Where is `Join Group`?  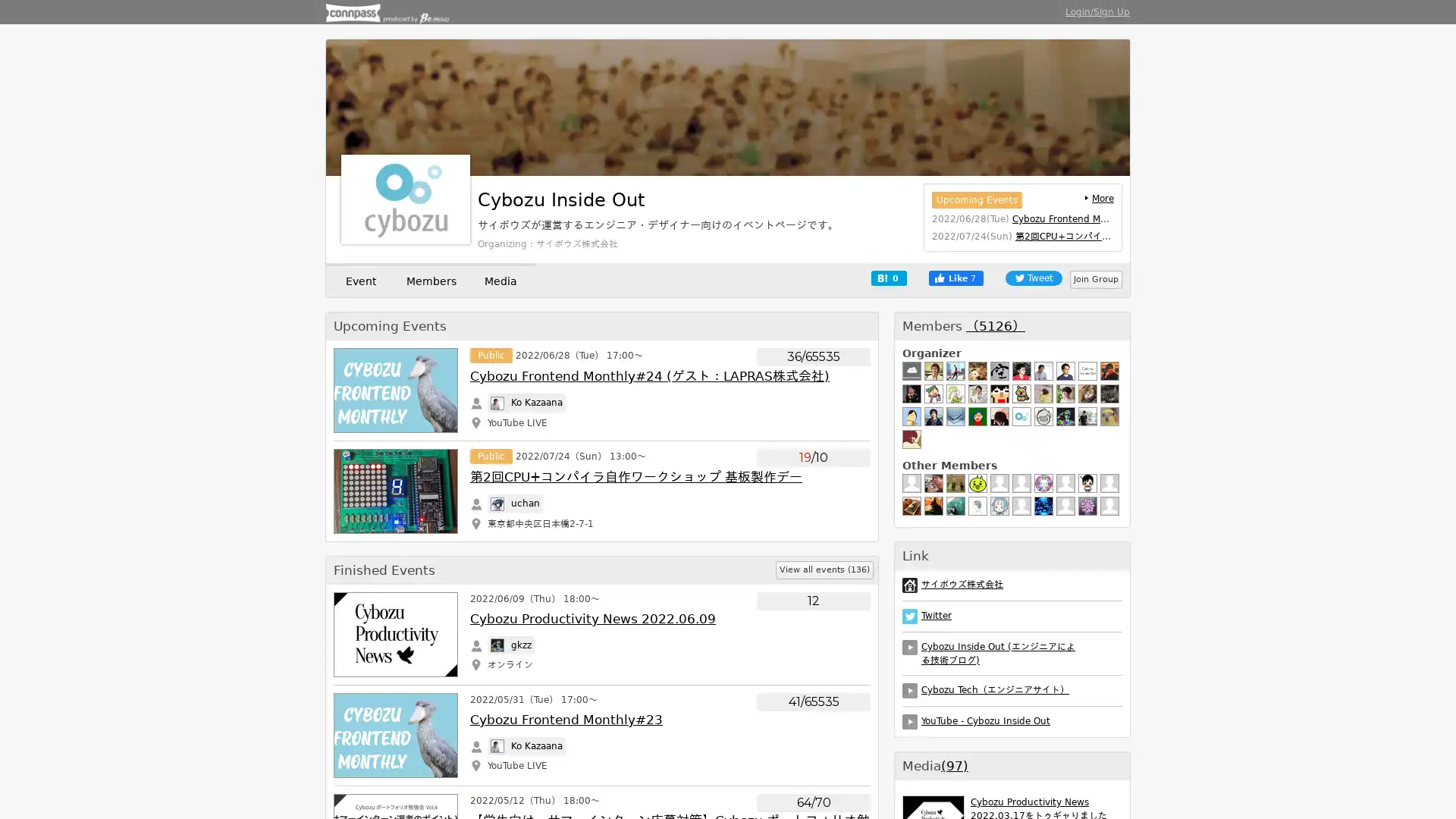 Join Group is located at coordinates (1096, 278).